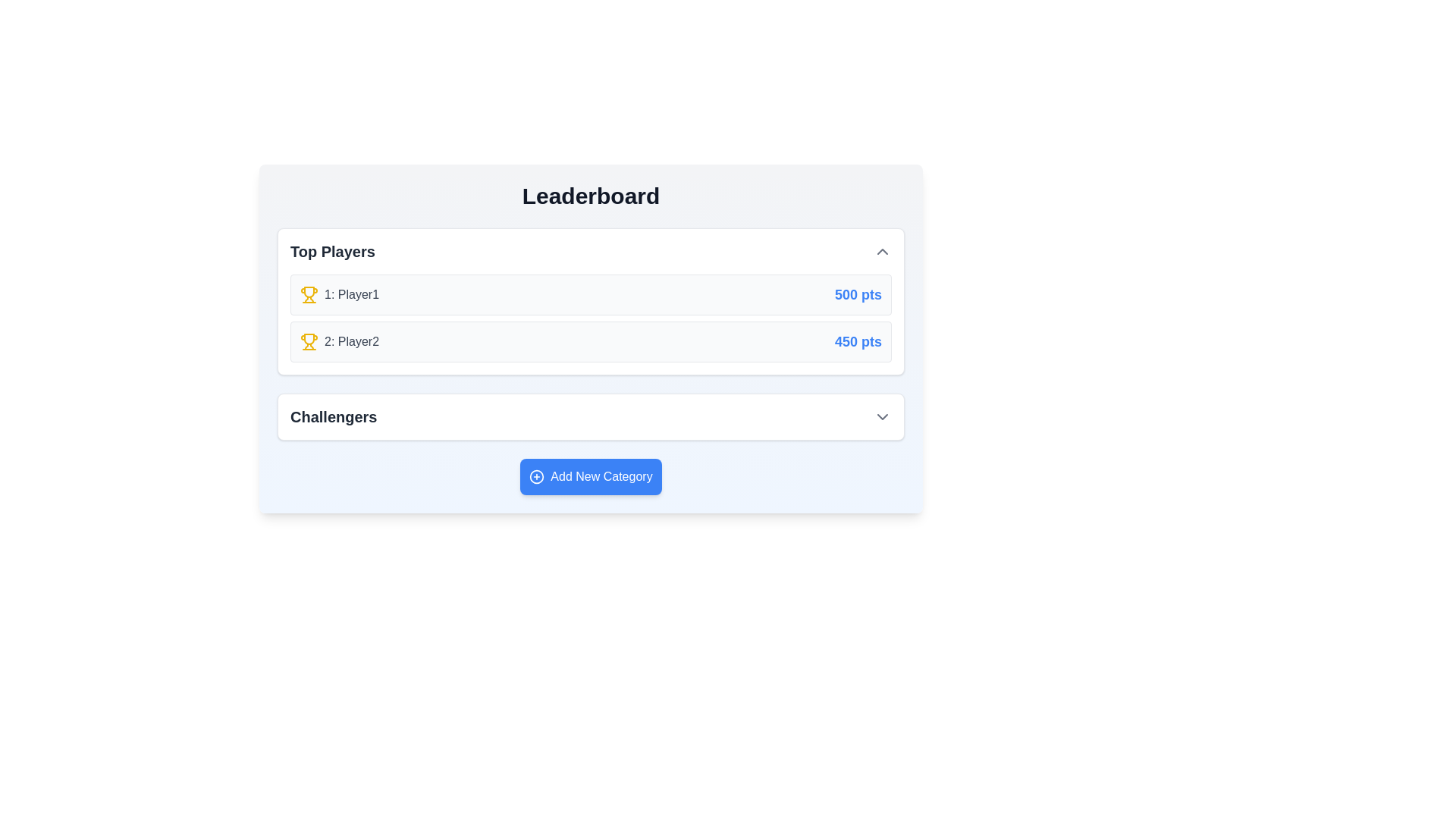 This screenshot has width=1456, height=819. I want to click on the first-ranked player achievement icon in the 'Top Players' section, which is located directly to the left of the text '1: Player1', so click(309, 295).